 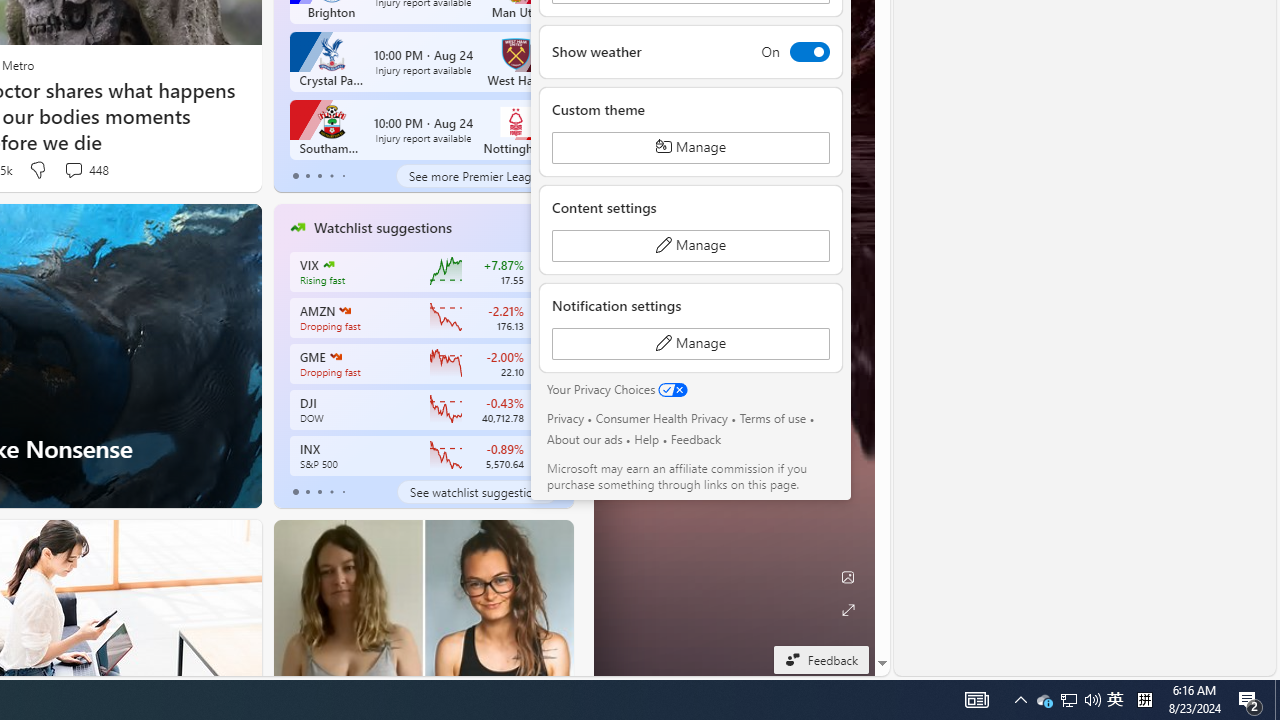 What do you see at coordinates (475, 175) in the screenshot?
I see `'See more Premier League'` at bounding box center [475, 175].